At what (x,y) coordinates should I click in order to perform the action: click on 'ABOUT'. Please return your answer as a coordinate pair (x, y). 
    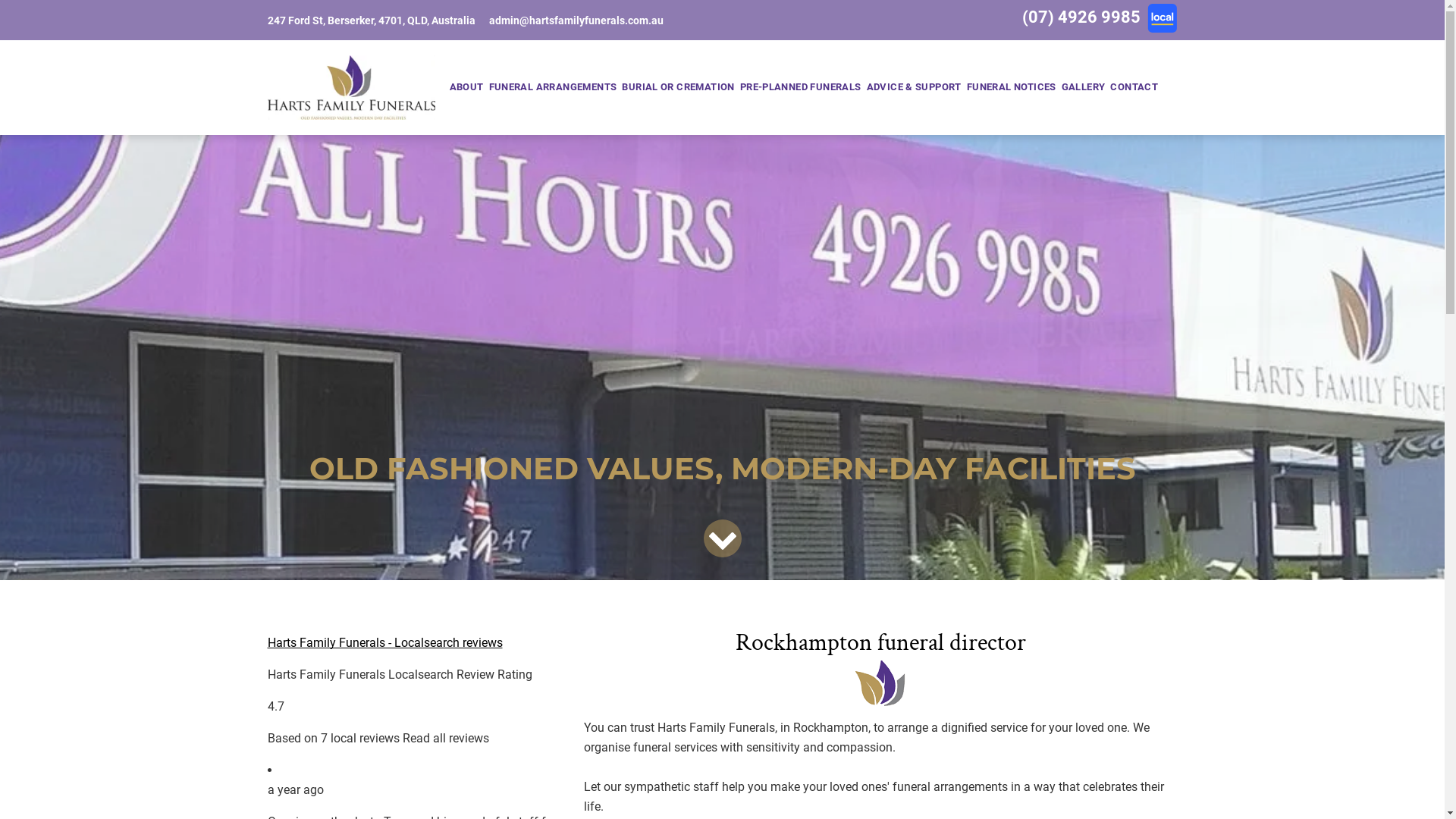
    Looking at the image, I should click on (465, 87).